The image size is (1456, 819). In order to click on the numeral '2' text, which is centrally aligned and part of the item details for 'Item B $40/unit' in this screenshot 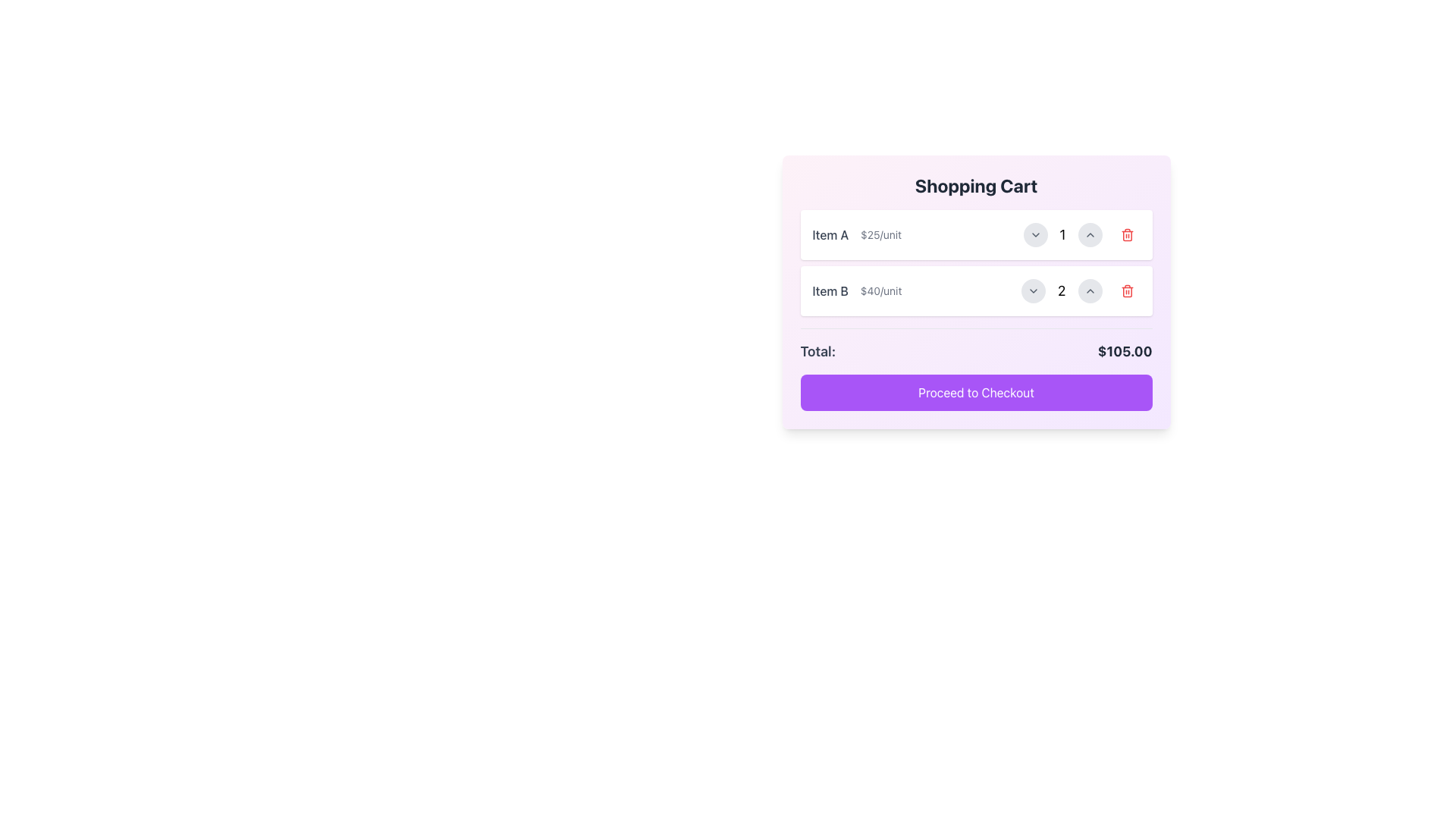, I will do `click(1061, 291)`.